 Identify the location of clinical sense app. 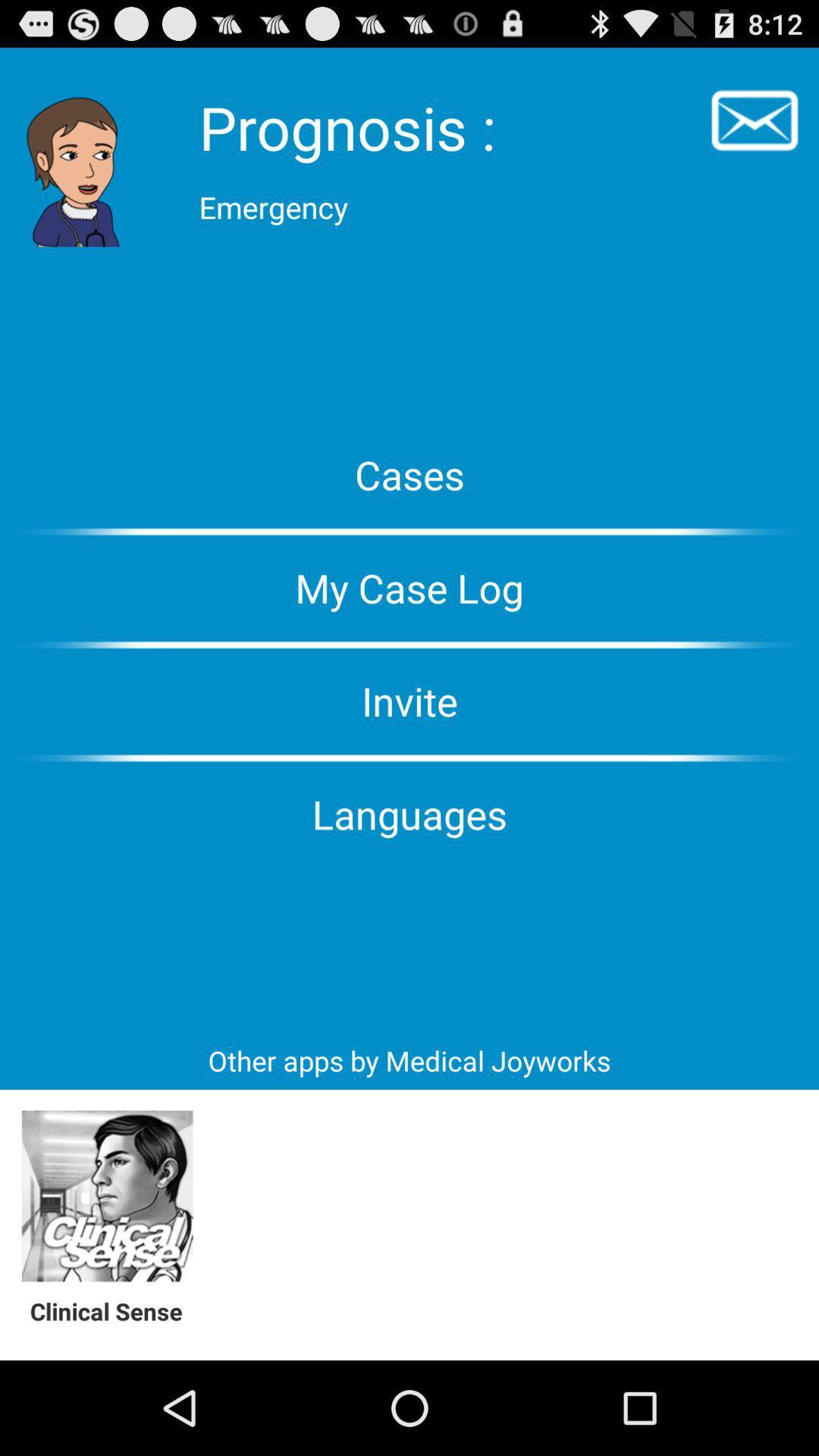
(114, 1310).